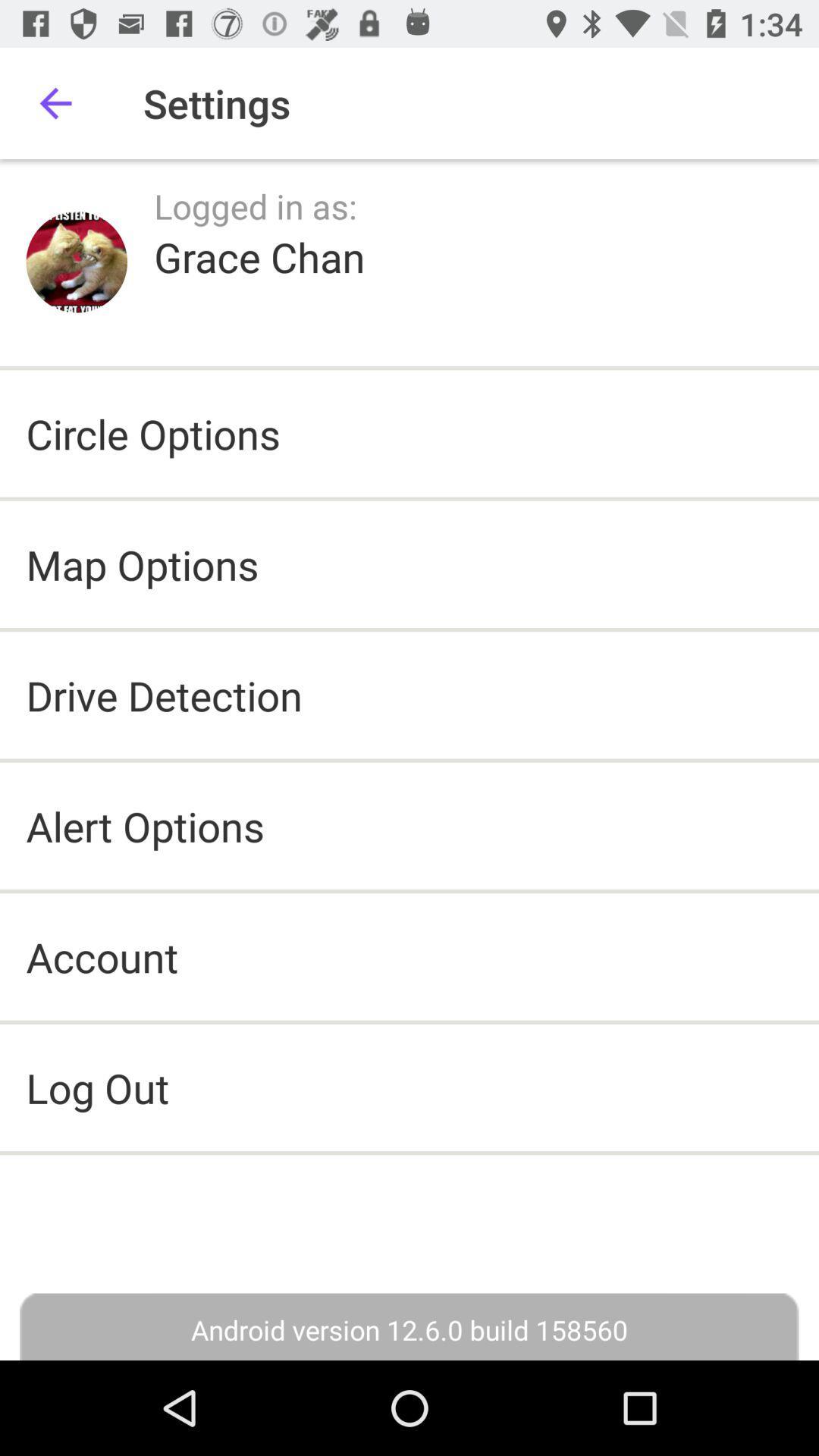 The image size is (819, 1456). Describe the element at coordinates (255, 205) in the screenshot. I see `icon below the settings` at that location.